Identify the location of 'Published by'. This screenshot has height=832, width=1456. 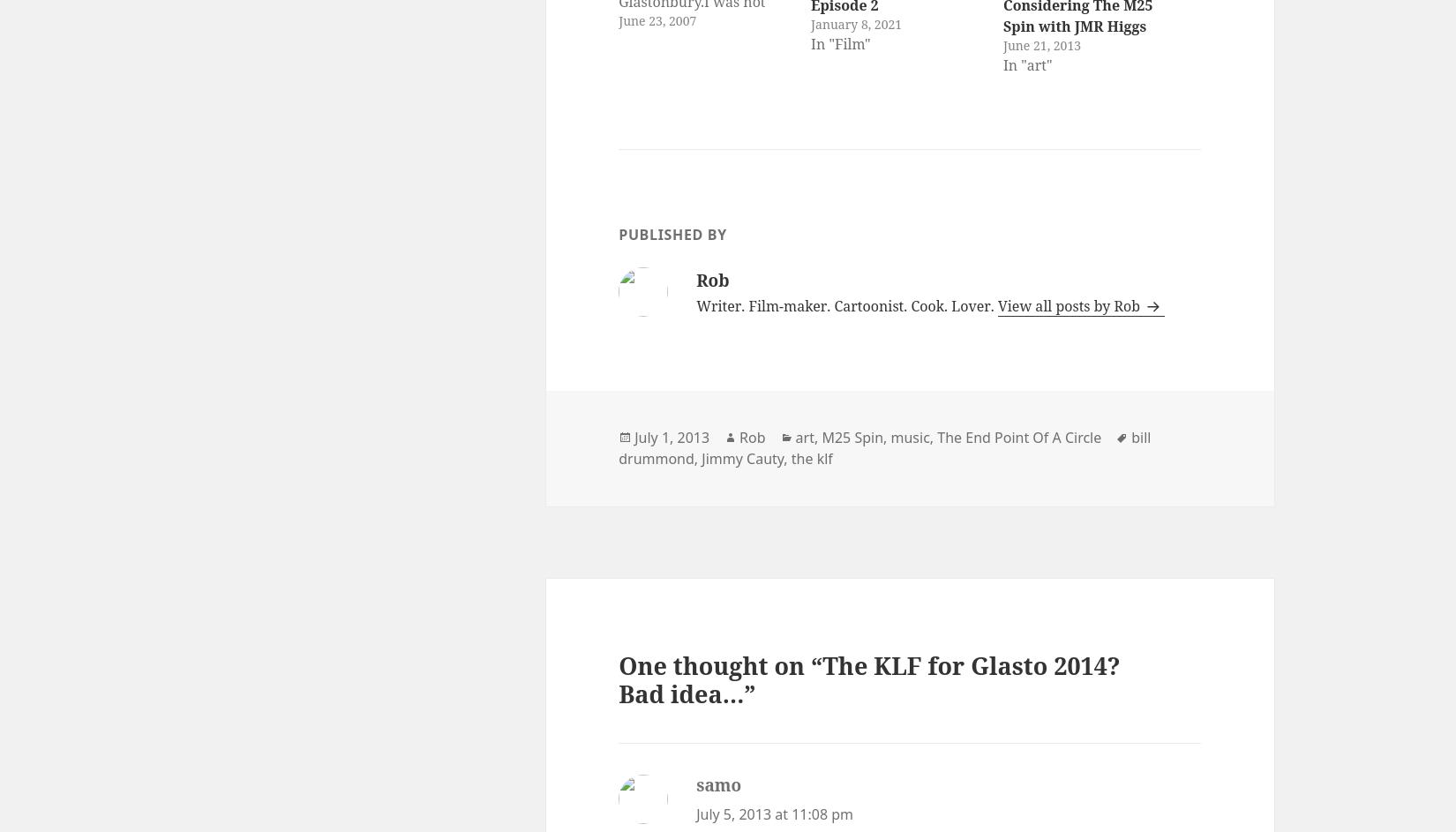
(671, 232).